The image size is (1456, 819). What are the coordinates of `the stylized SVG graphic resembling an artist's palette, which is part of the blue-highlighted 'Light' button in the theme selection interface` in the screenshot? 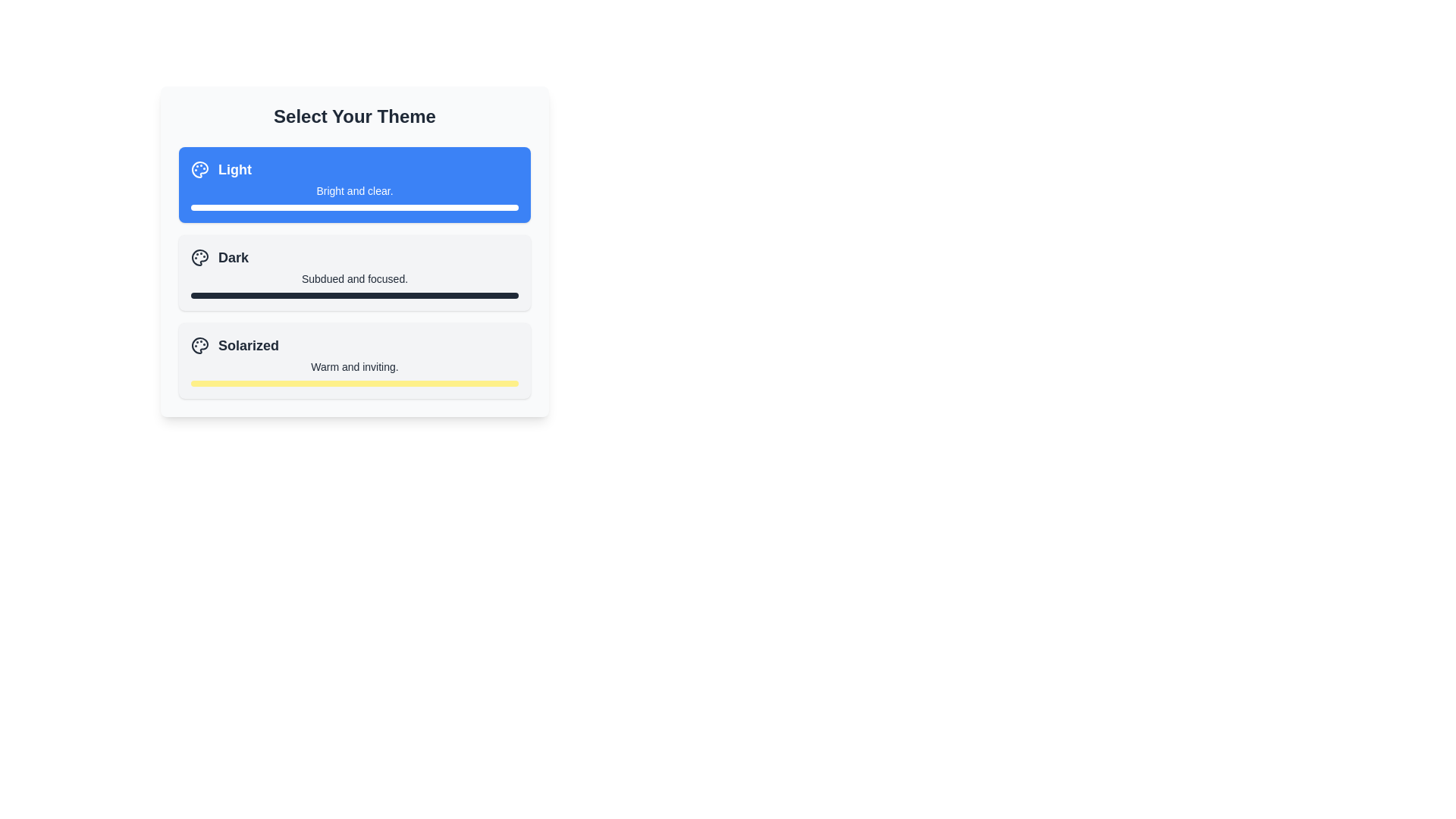 It's located at (199, 169).